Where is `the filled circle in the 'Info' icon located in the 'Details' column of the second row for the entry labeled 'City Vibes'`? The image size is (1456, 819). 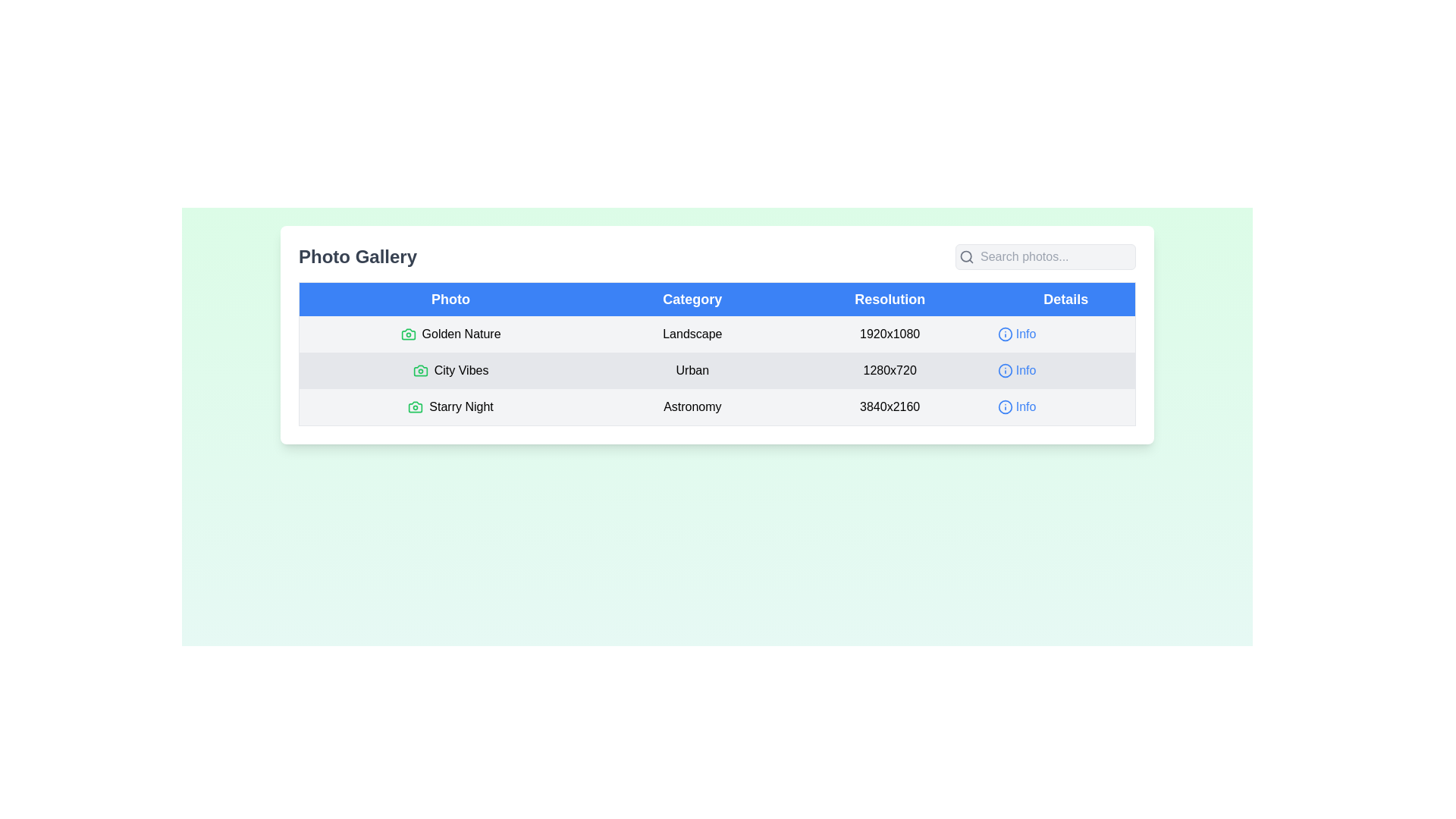 the filled circle in the 'Info' icon located in the 'Details' column of the second row for the entry labeled 'City Vibes' is located at coordinates (1005, 371).